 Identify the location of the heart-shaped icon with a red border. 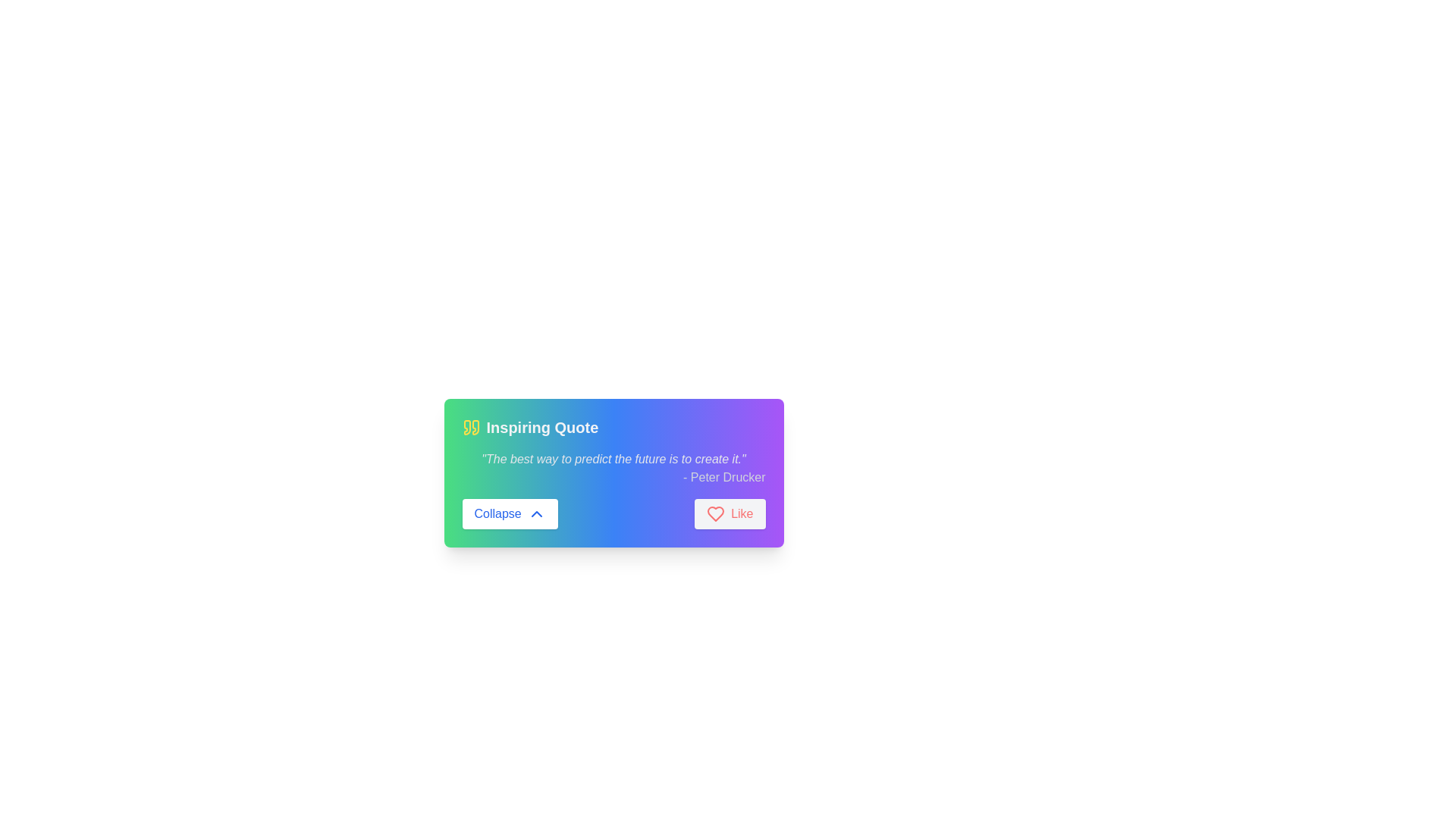
(715, 513).